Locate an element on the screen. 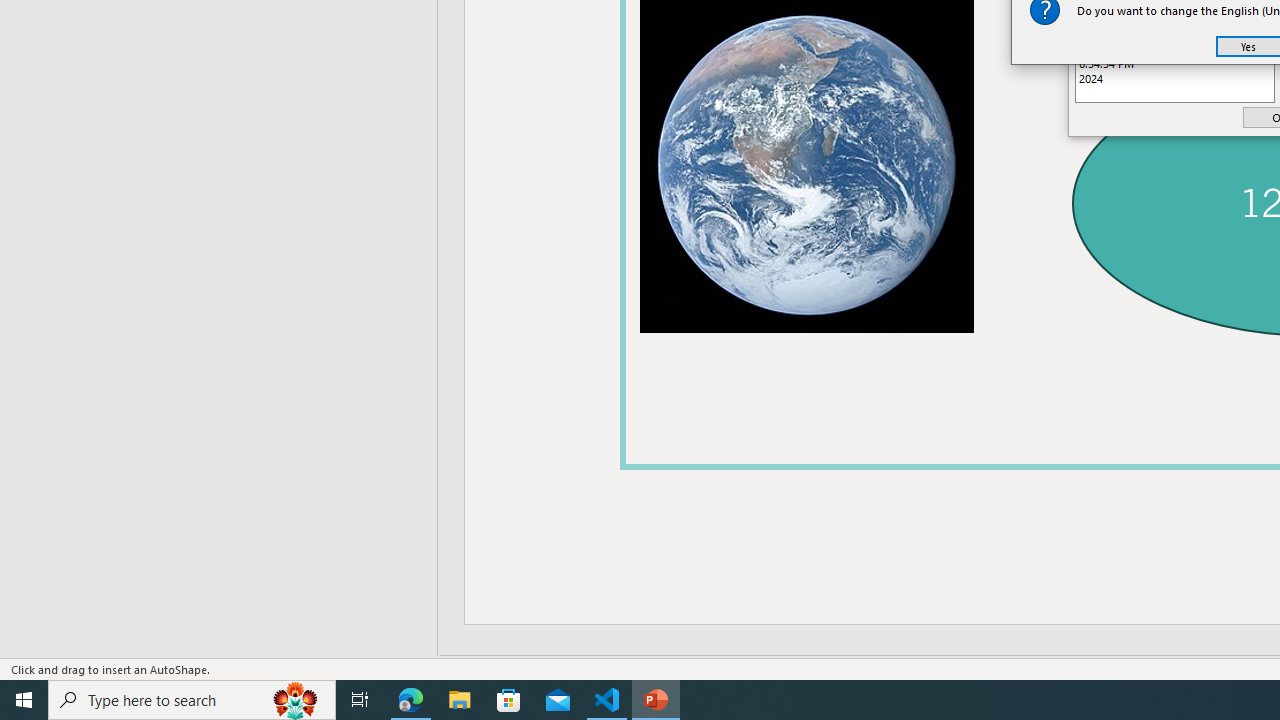 This screenshot has width=1280, height=720. 'File Explorer' is located at coordinates (459, 698).